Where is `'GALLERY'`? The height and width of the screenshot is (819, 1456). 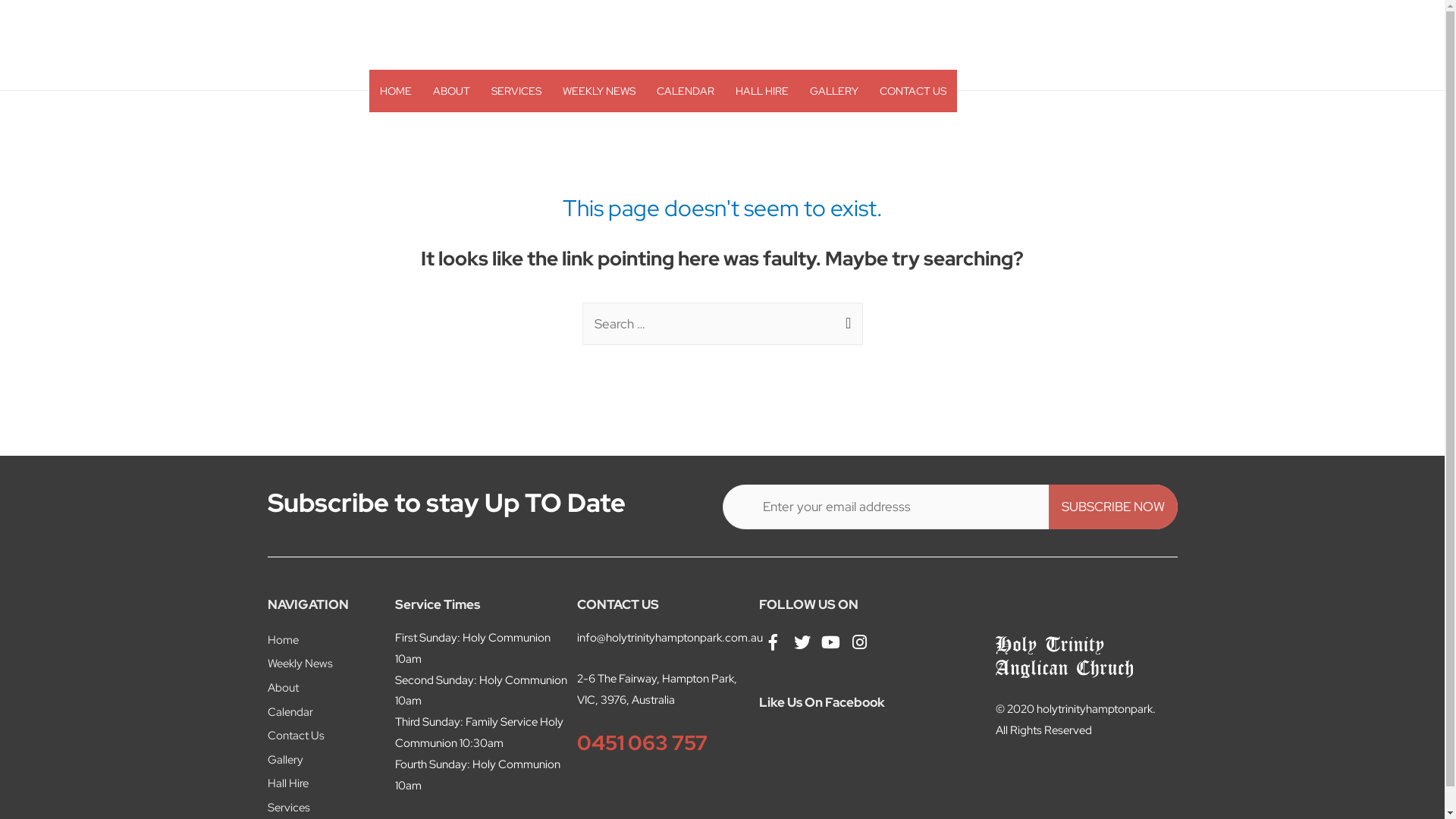 'GALLERY' is located at coordinates (833, 90).